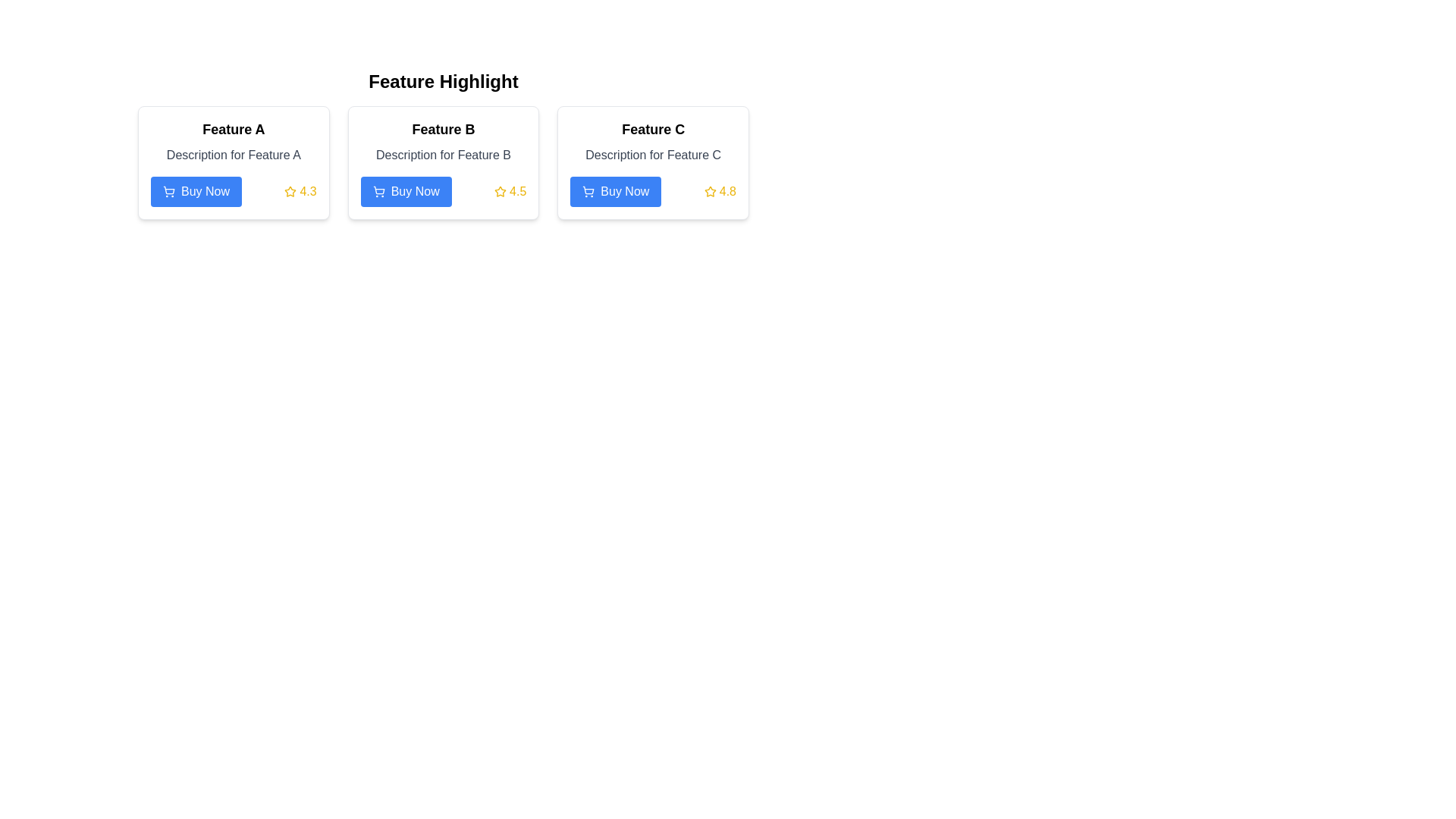 The image size is (1456, 819). What do you see at coordinates (588, 191) in the screenshot?
I see `the shopping cart icon located within the 'Buy Now' button in the card labeled 'Feature C', which is the third icon from the left` at bounding box center [588, 191].